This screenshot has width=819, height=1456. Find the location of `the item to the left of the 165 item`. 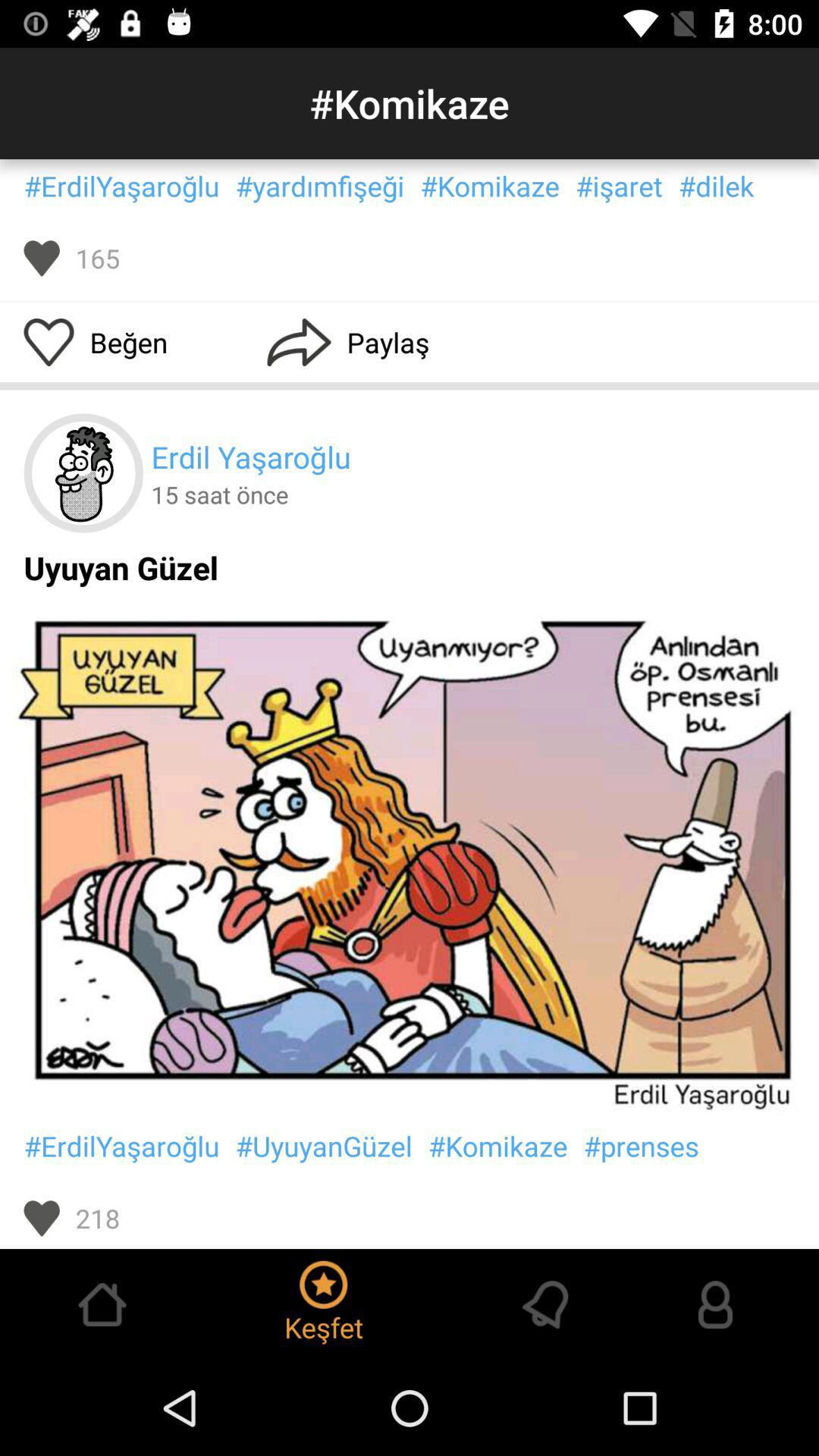

the item to the left of the 165 item is located at coordinates (41, 258).